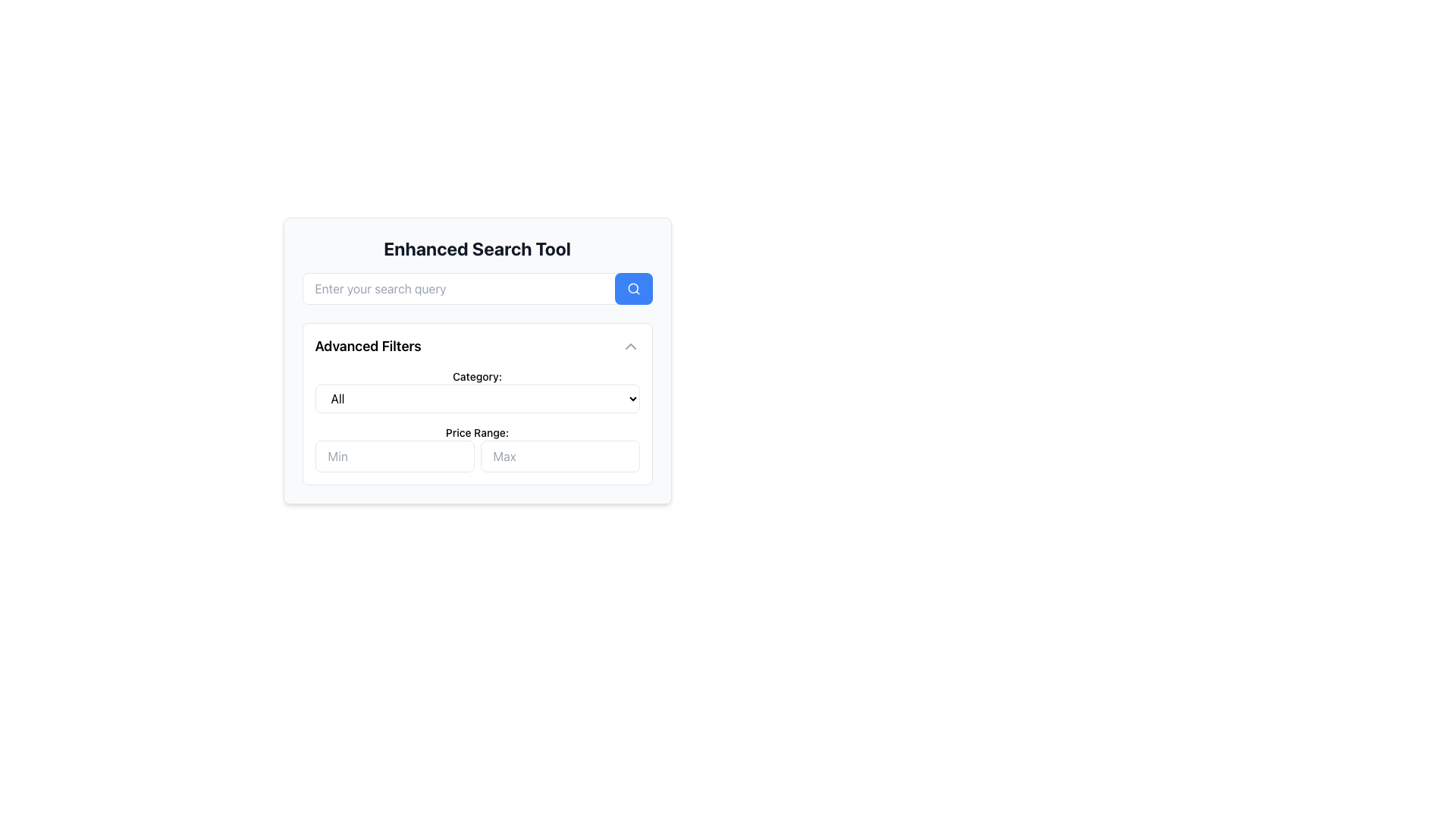 This screenshot has height=819, width=1456. What do you see at coordinates (559, 455) in the screenshot?
I see `the Input Field (Number) labeled 'Max' under the 'Price Range' section using the Tab key` at bounding box center [559, 455].